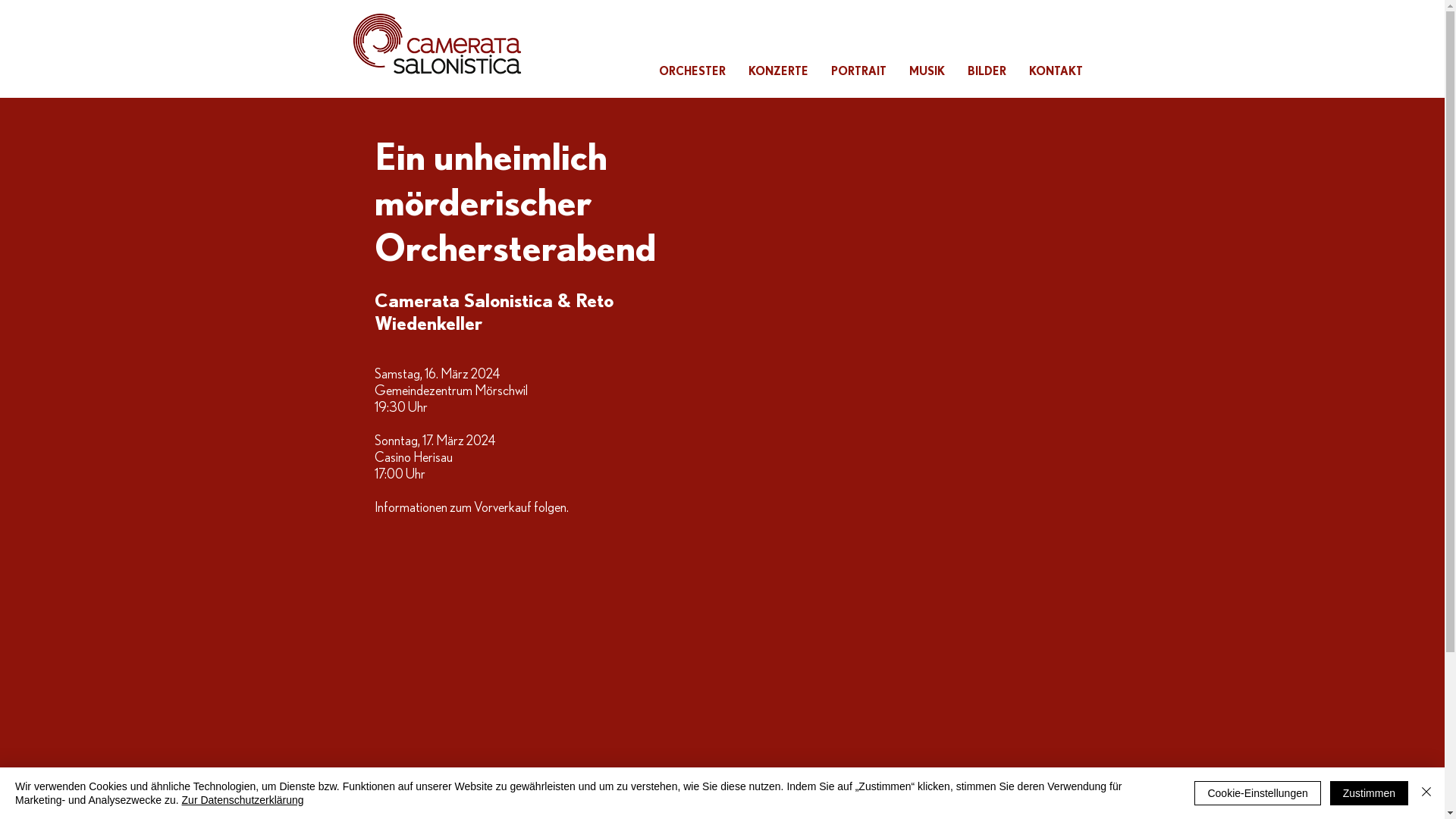 This screenshot has height=819, width=1456. What do you see at coordinates (1369, 792) in the screenshot?
I see `'Zustimmen'` at bounding box center [1369, 792].